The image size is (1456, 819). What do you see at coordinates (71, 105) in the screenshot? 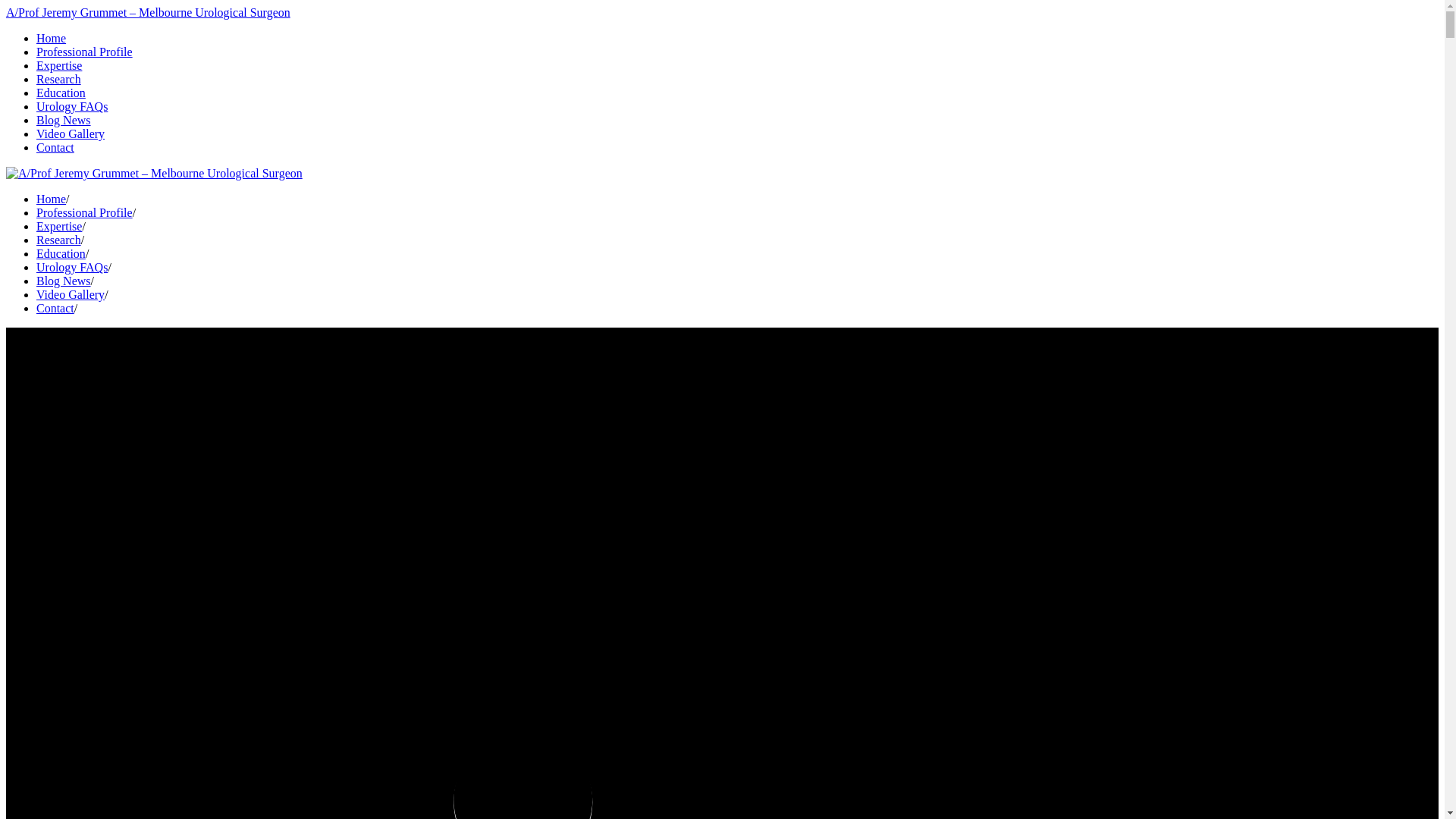
I see `'Urology FAQs'` at bounding box center [71, 105].